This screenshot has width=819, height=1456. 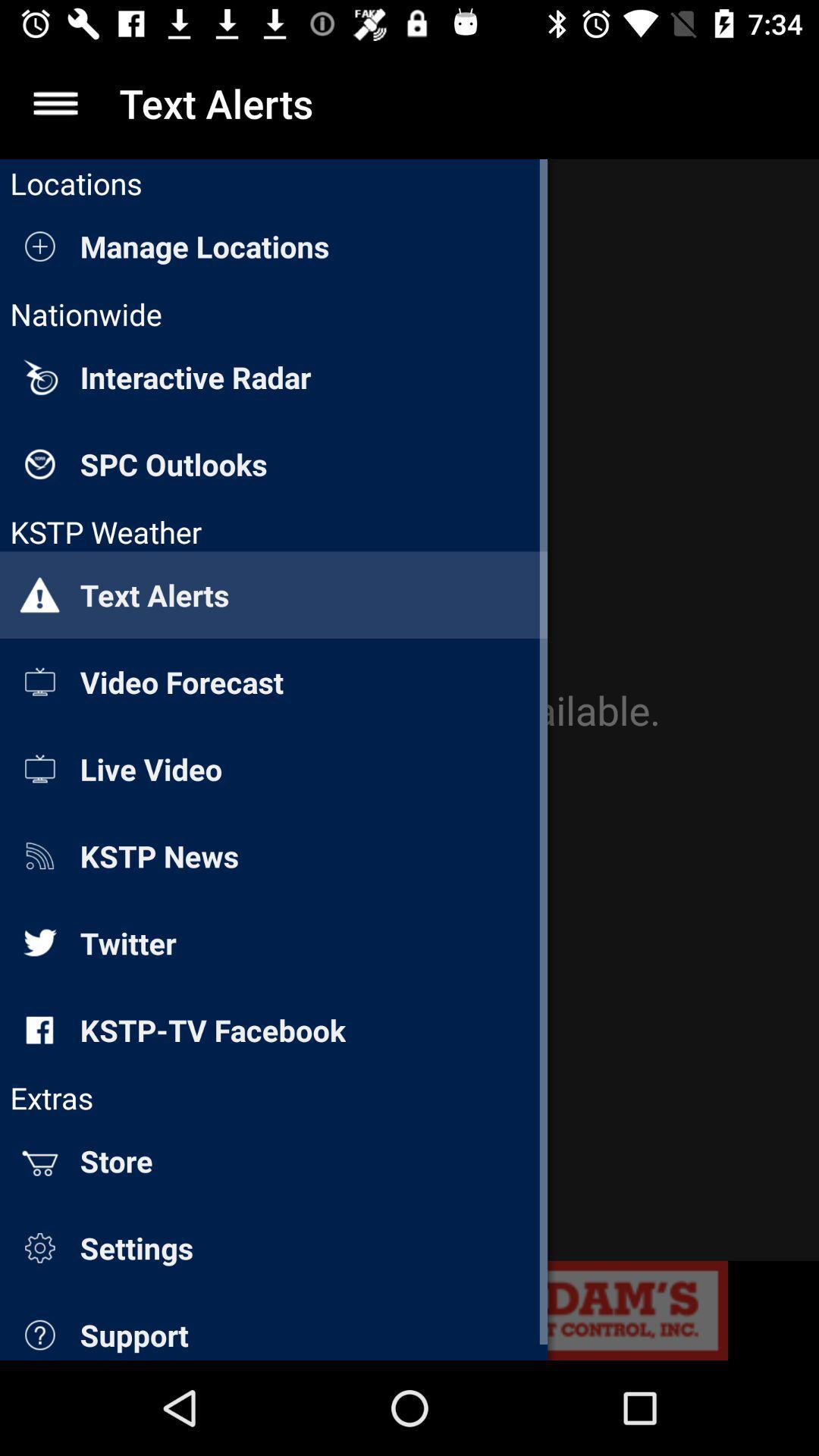 I want to click on item above no alerts currently item, so click(x=55, y=102).